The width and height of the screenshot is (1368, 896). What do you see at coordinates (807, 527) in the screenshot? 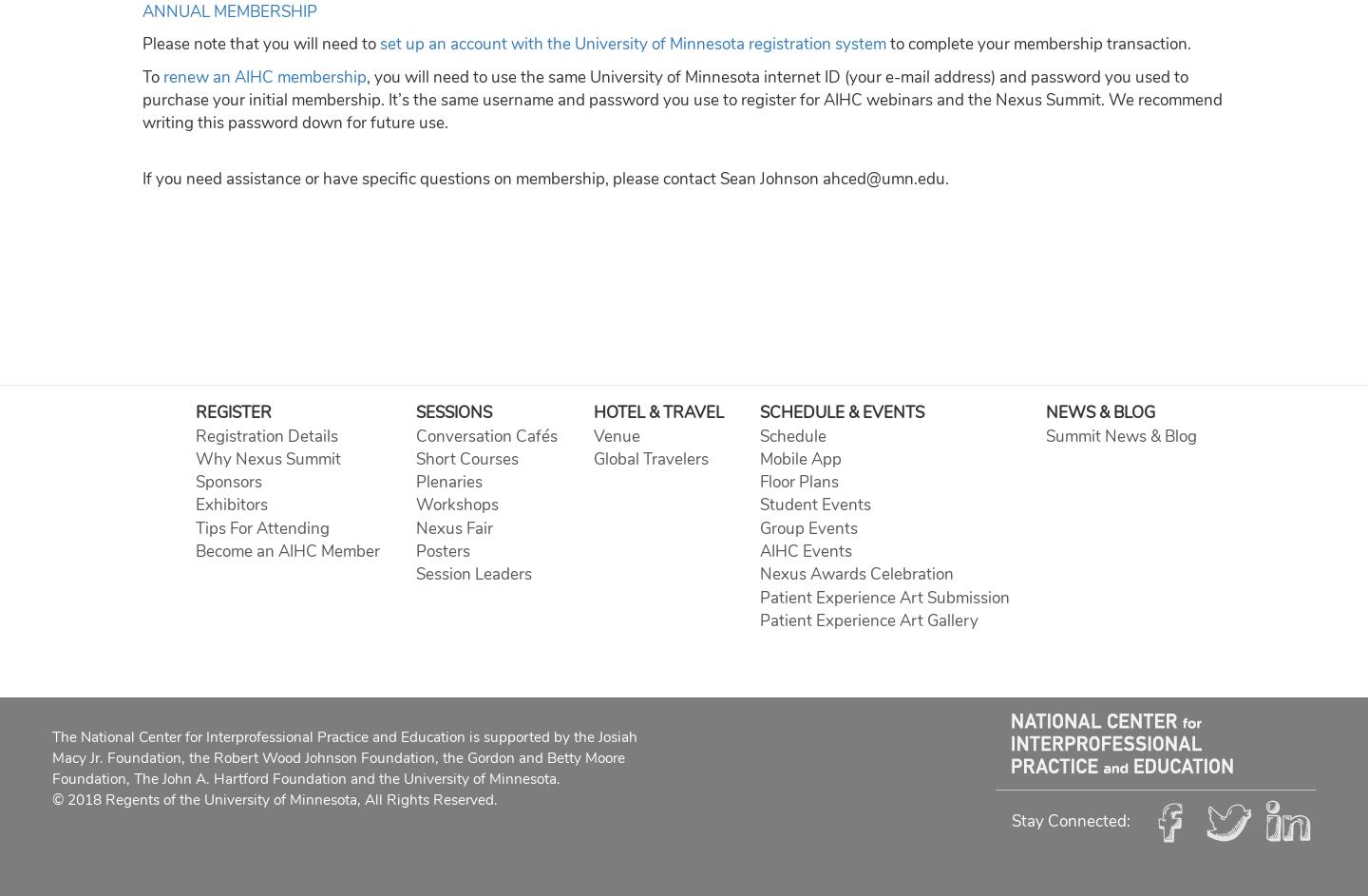
I see `'Group Events'` at bounding box center [807, 527].